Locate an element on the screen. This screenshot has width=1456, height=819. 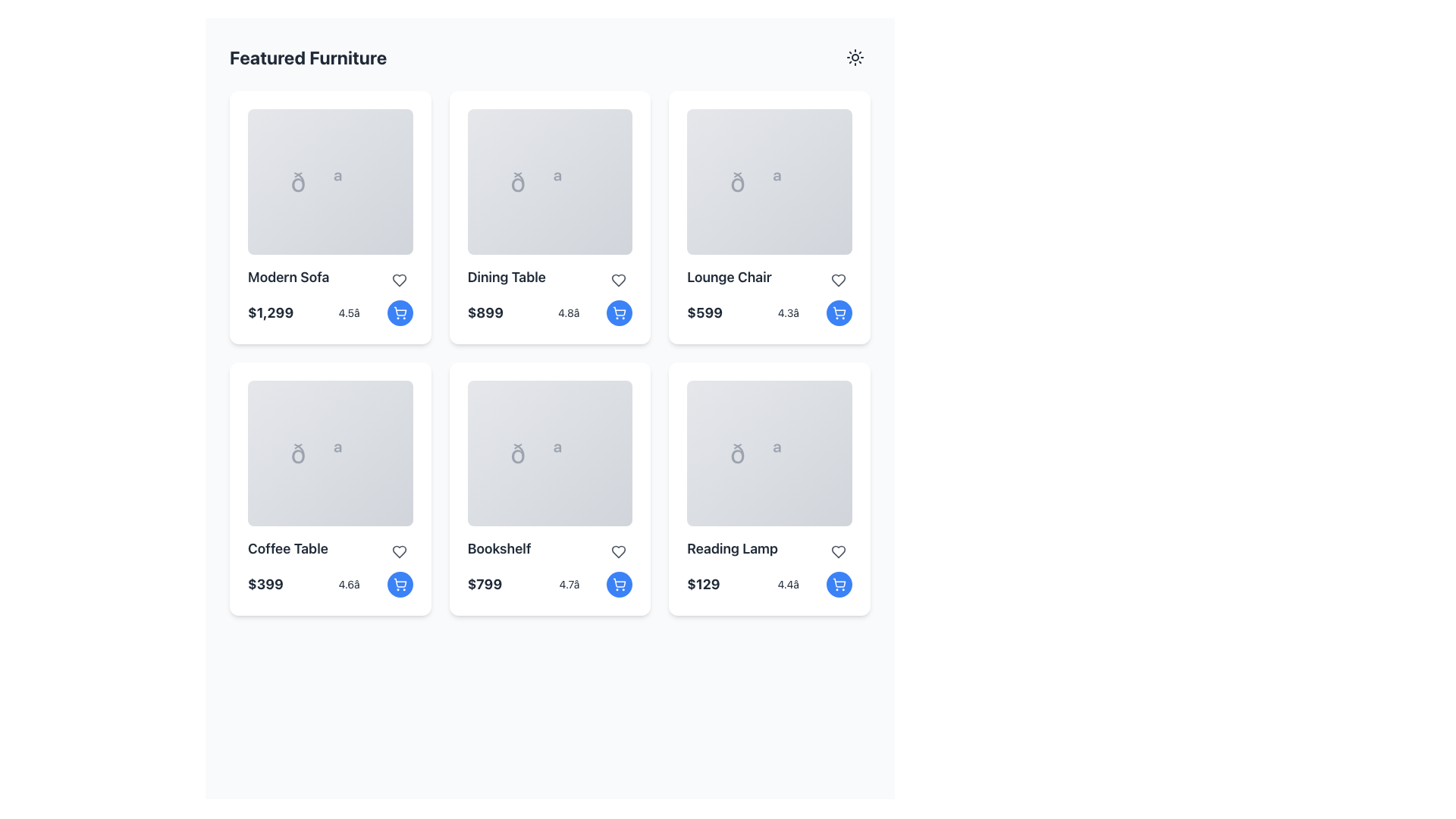
the textual information element displaying the price ('$899') and rating ('4.8★') located in the second card of the 'Featured Furniture' section for reading is located at coordinates (549, 312).